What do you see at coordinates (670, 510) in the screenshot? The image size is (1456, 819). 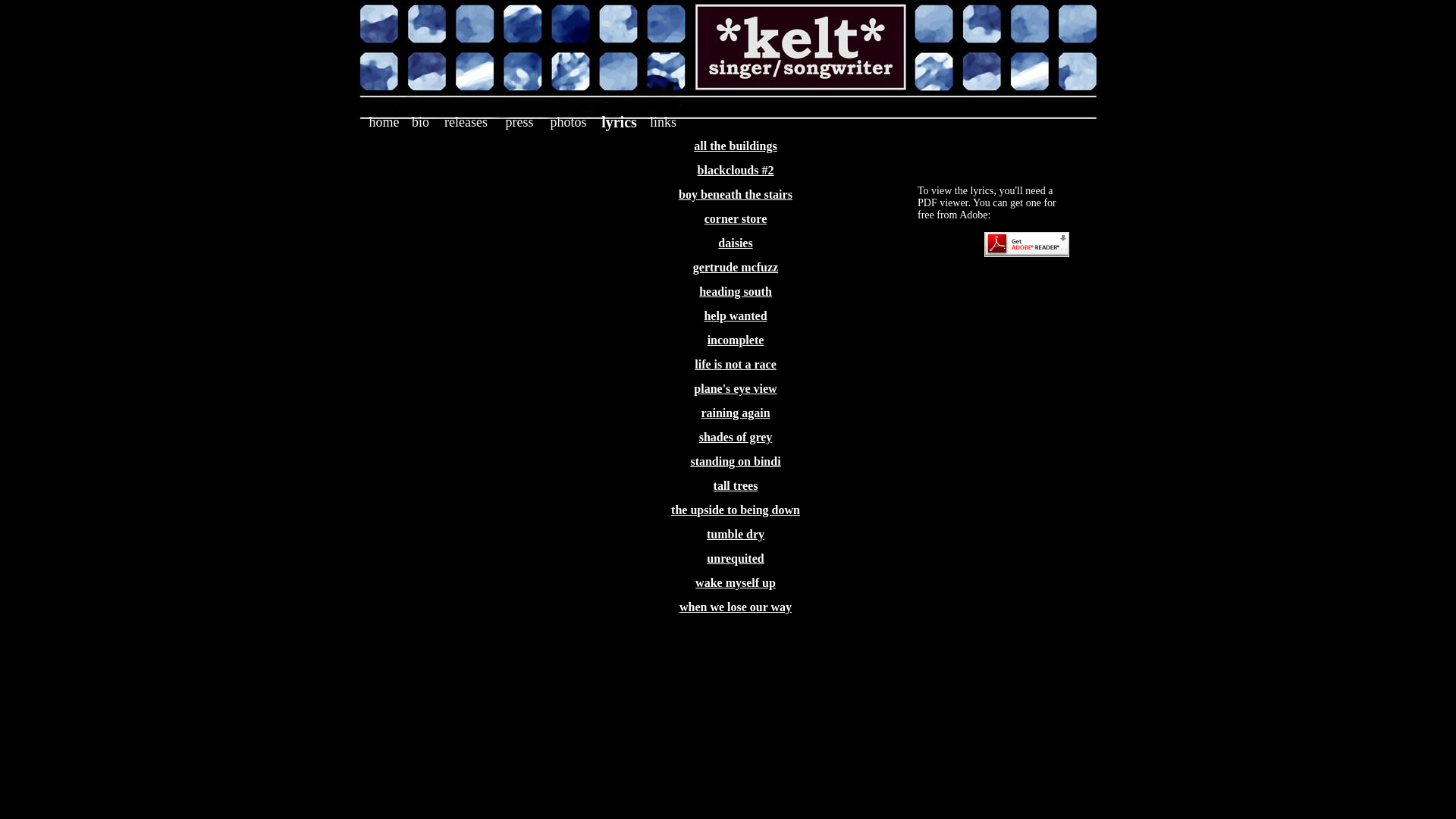 I see `'the upside to being down'` at bounding box center [670, 510].